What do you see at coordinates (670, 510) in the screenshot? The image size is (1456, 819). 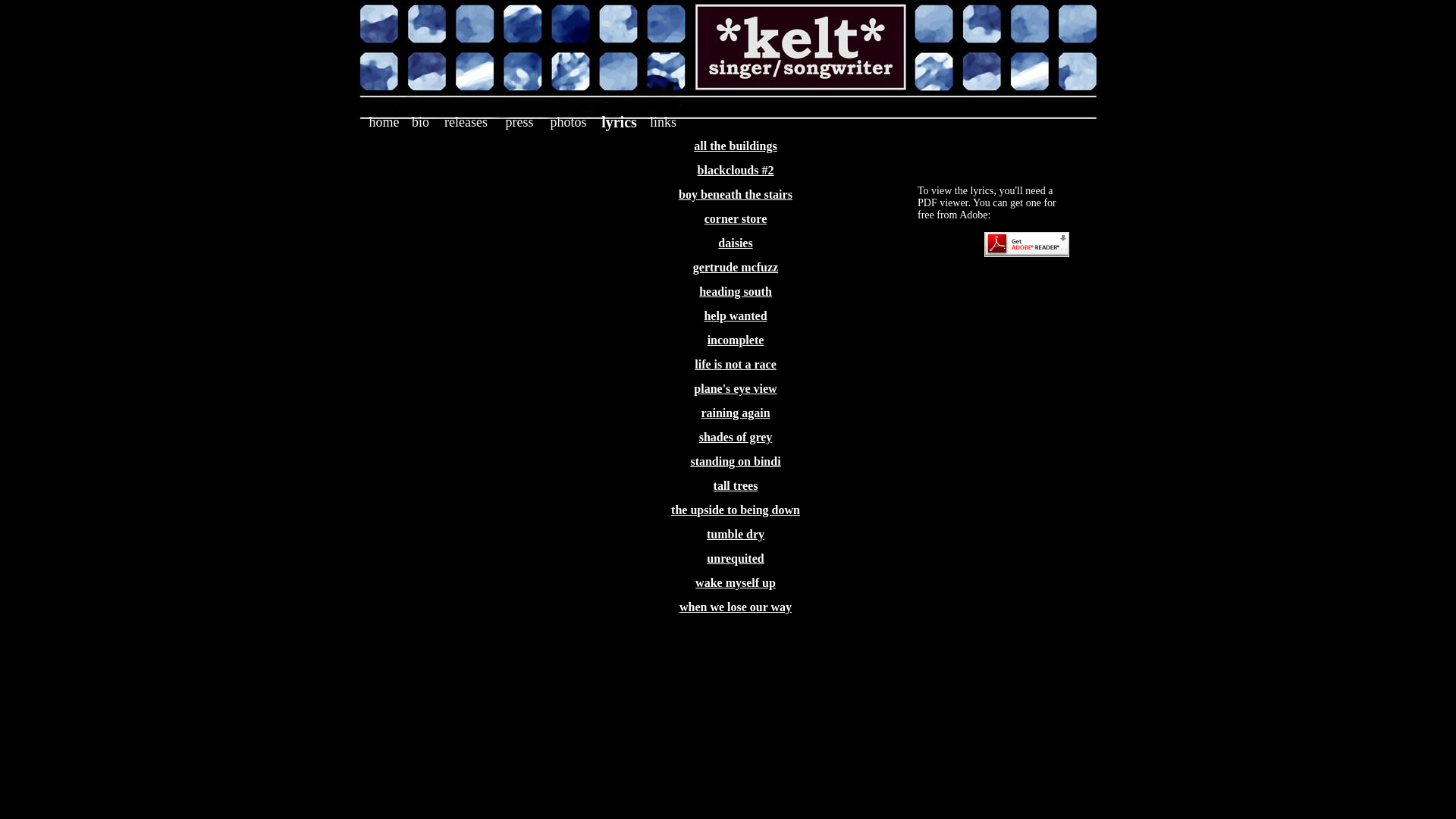 I see `'the upside to being down'` at bounding box center [670, 510].